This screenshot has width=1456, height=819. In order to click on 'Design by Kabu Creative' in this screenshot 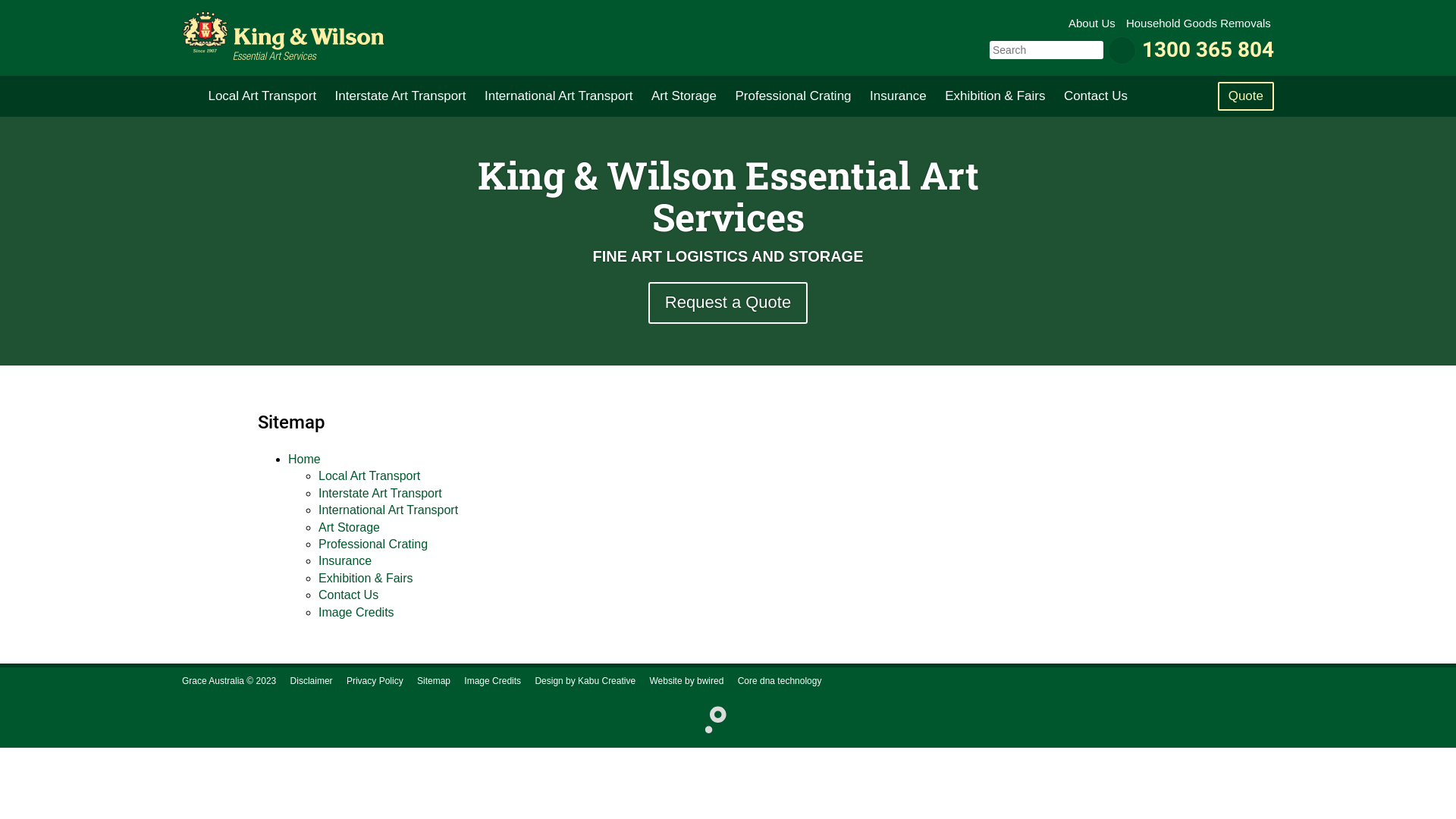, I will do `click(584, 680)`.